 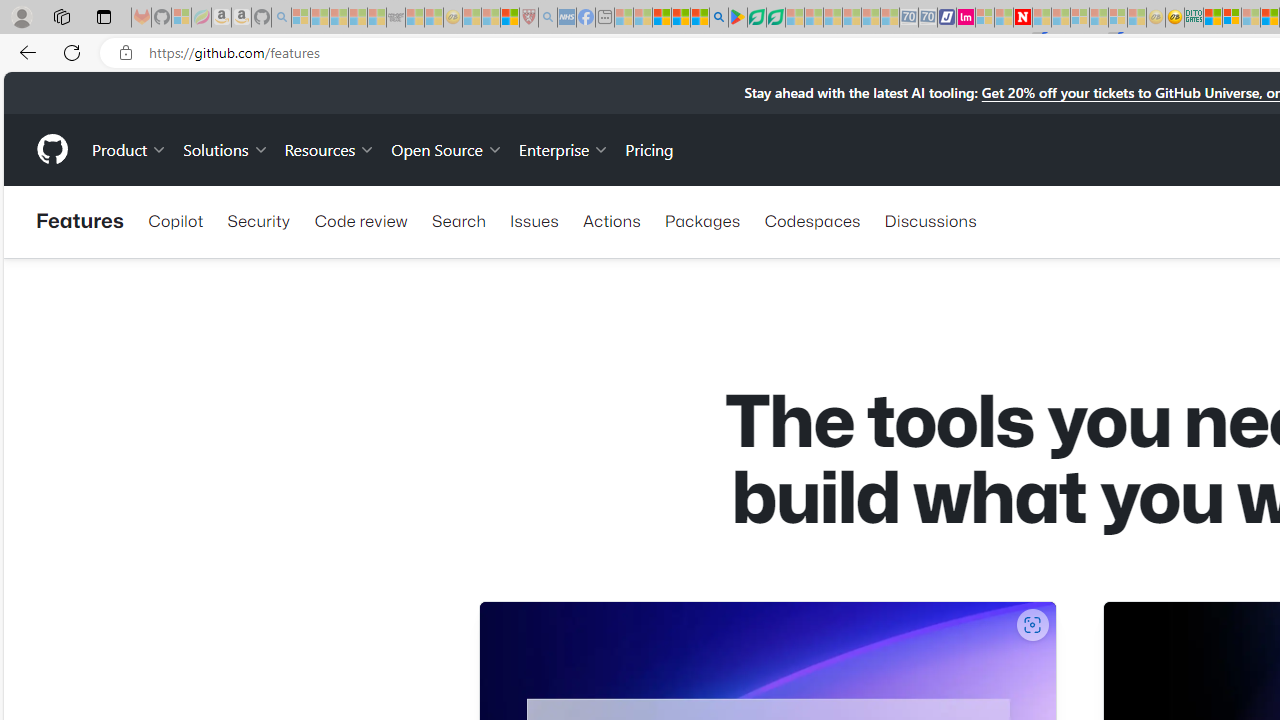 What do you see at coordinates (80, 221) in the screenshot?
I see `'Features'` at bounding box center [80, 221].